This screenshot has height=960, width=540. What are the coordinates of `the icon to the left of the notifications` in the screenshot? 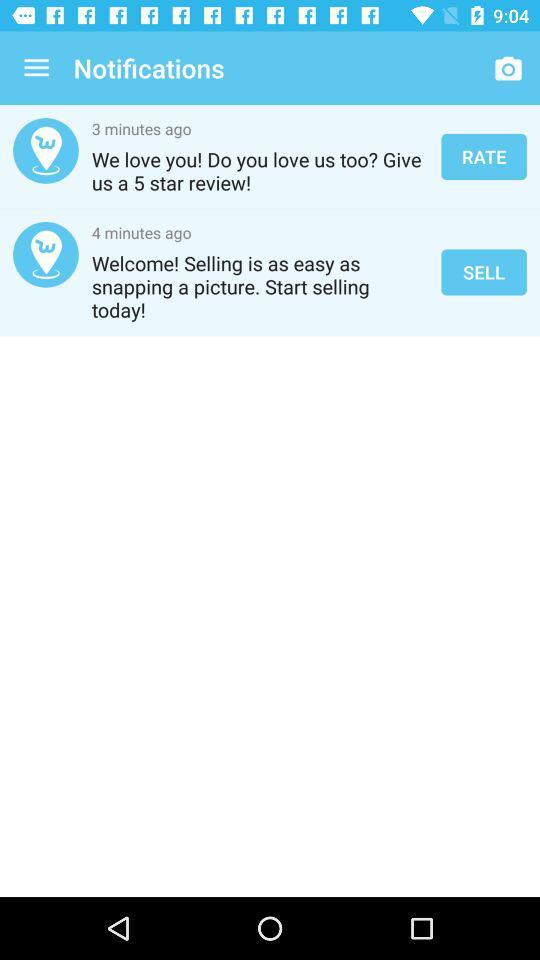 It's located at (36, 68).